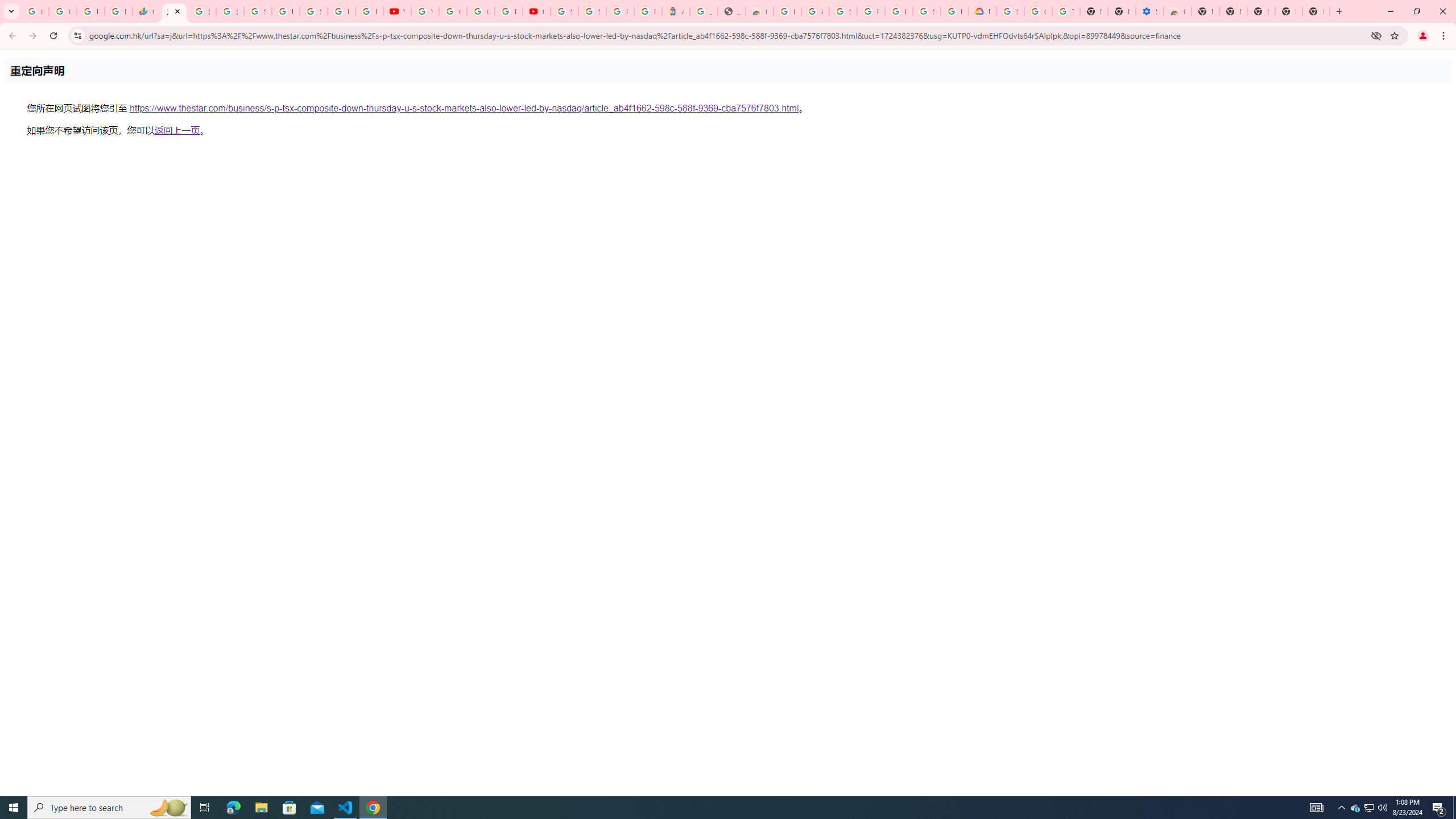  Describe the element at coordinates (760, 11) in the screenshot. I see `'Chrome Web Store - Household'` at that location.